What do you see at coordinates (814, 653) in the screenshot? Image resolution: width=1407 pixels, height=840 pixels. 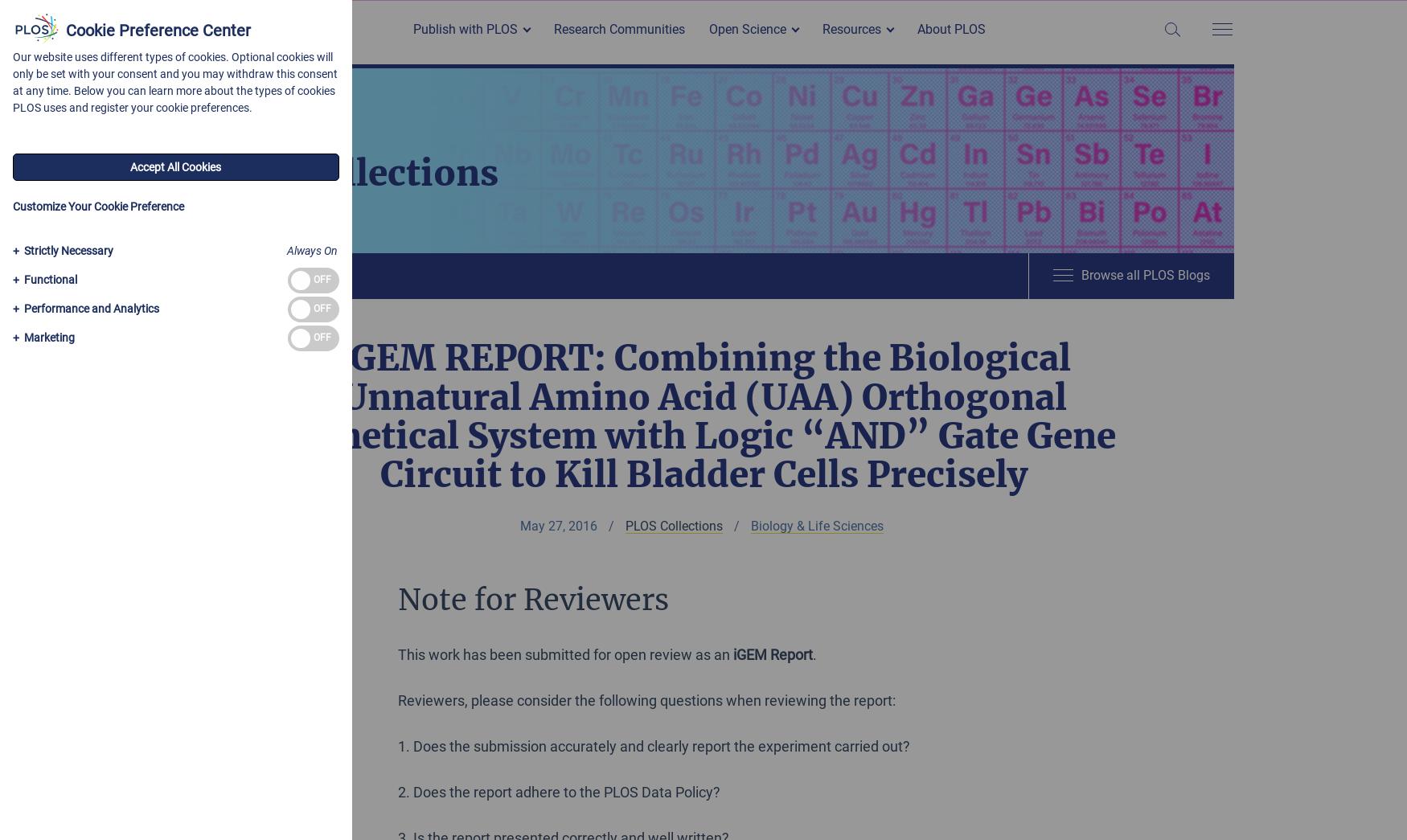 I see `'.'` at bounding box center [814, 653].